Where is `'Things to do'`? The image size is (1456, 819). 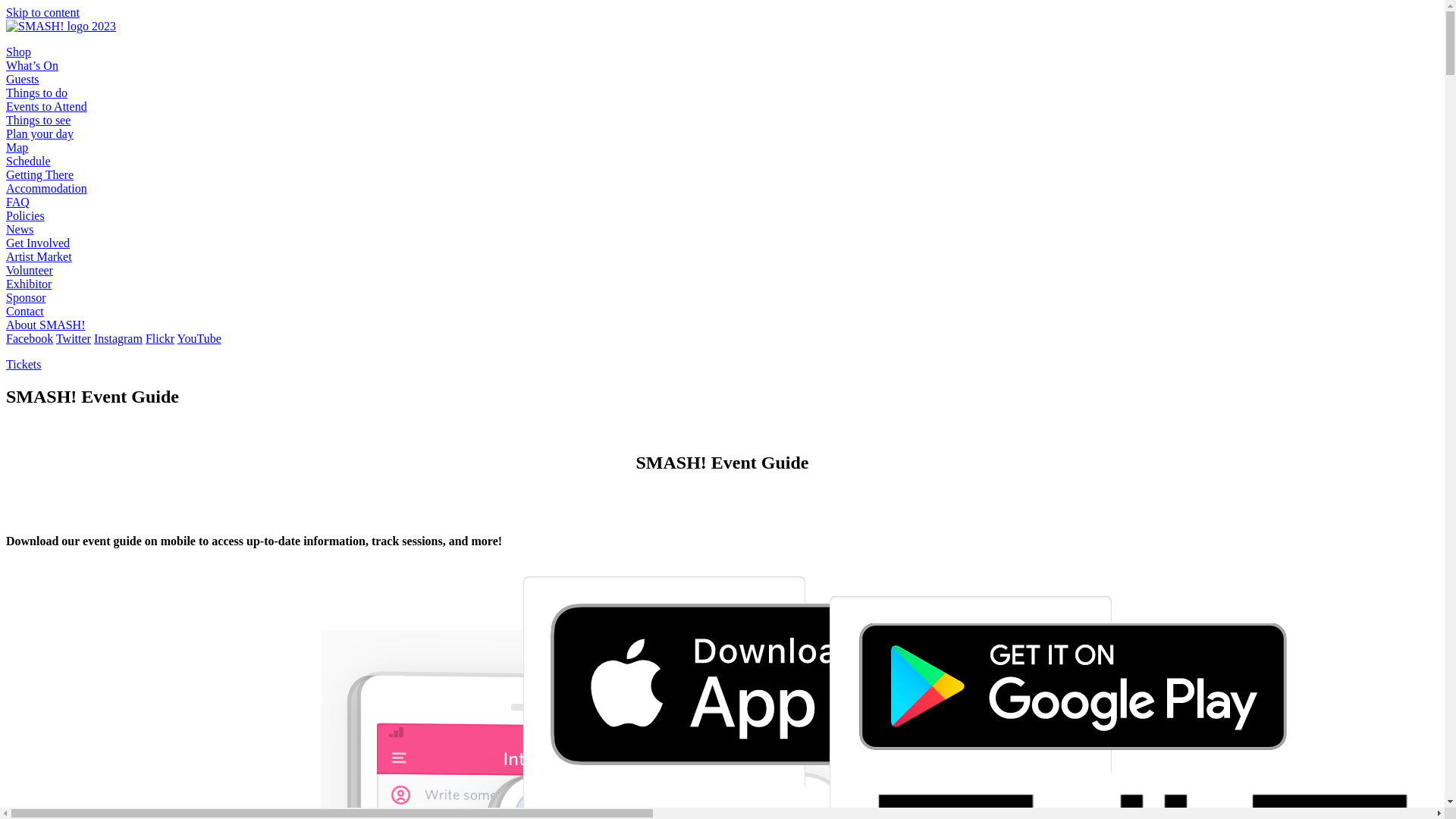 'Things to do' is located at coordinates (36, 93).